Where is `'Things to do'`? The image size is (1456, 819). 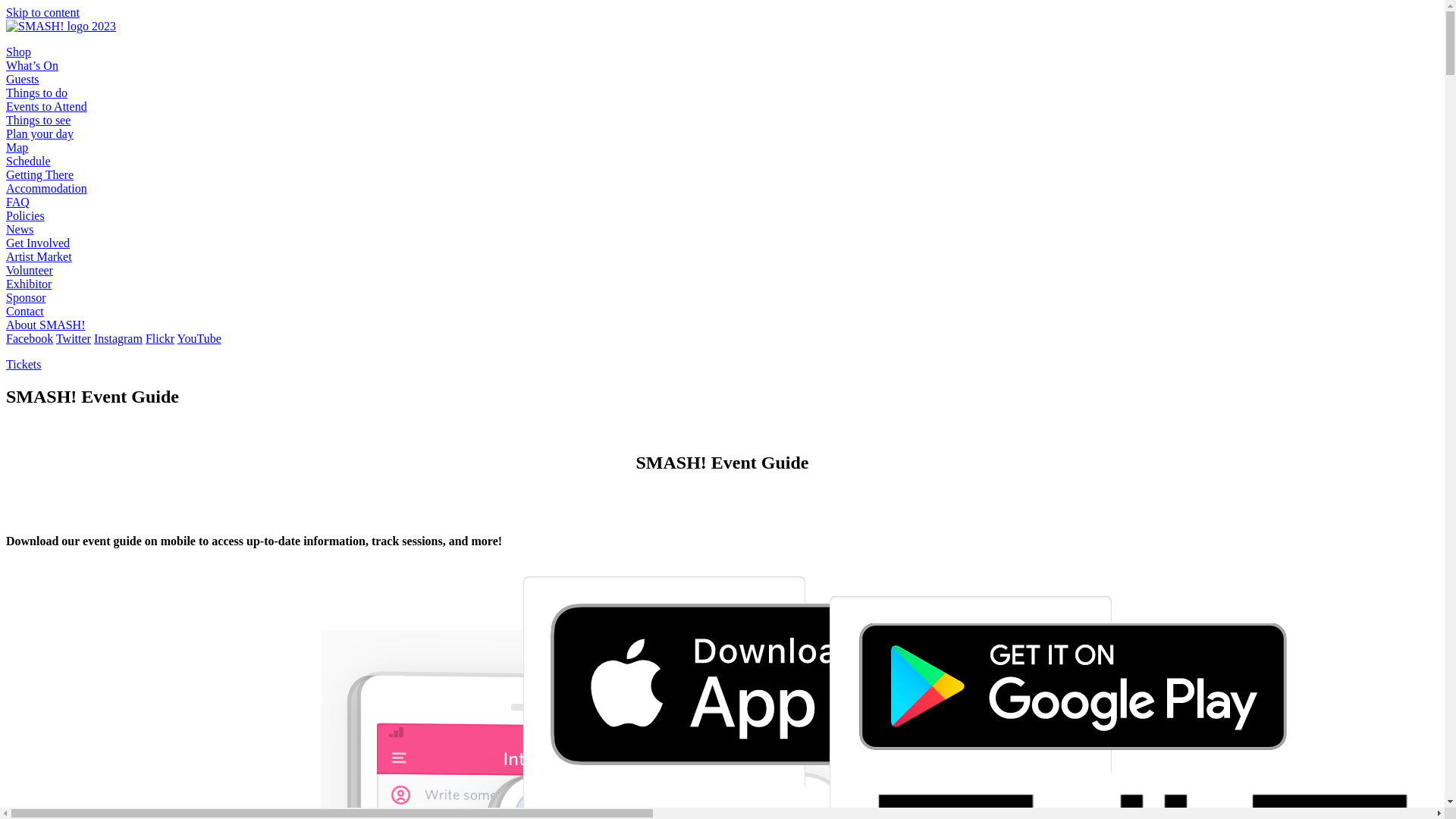 'Things to do' is located at coordinates (36, 93).